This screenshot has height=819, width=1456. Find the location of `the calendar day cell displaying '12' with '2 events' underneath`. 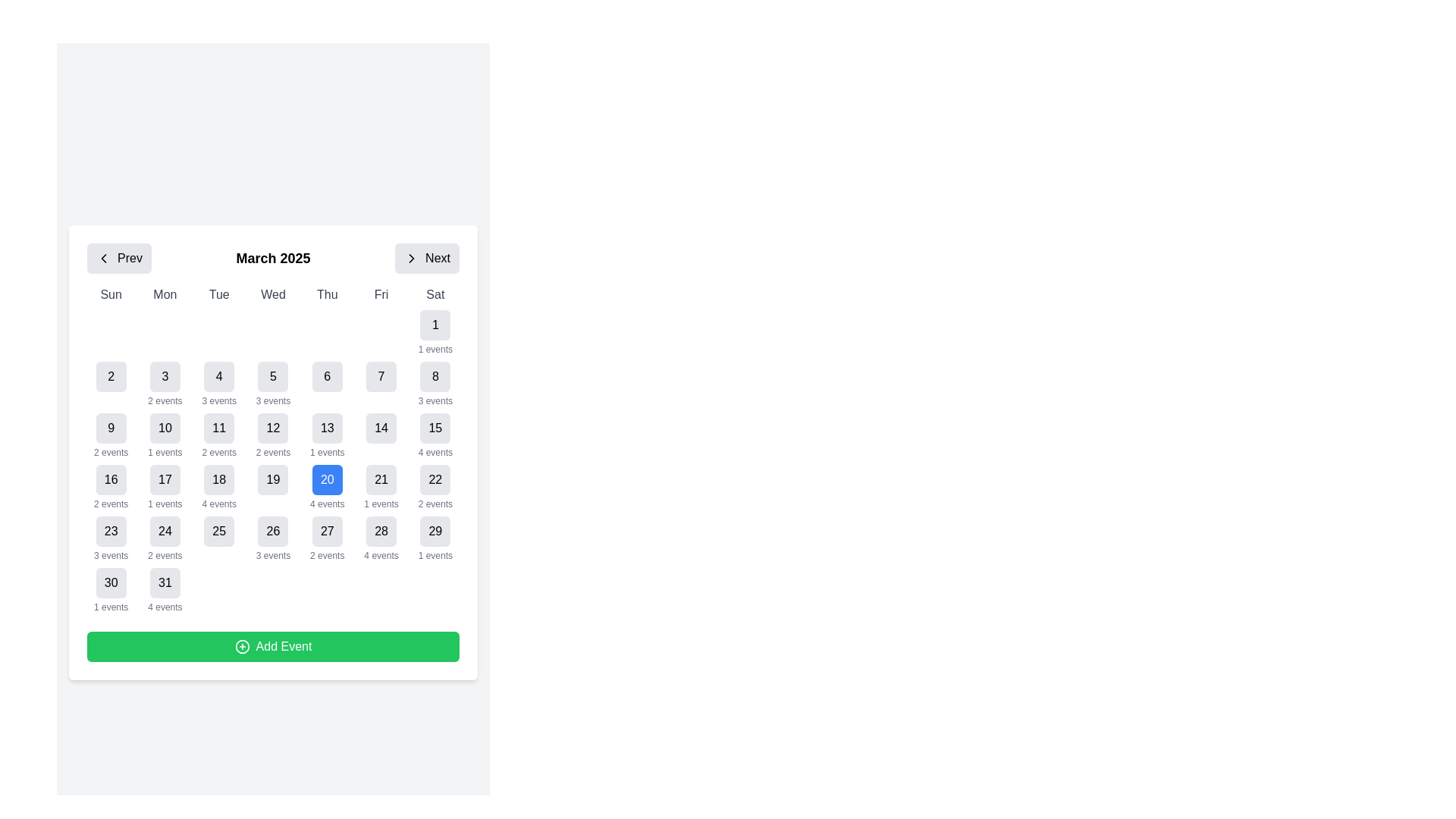

the calendar day cell displaying '12' with '2 events' underneath is located at coordinates (273, 435).